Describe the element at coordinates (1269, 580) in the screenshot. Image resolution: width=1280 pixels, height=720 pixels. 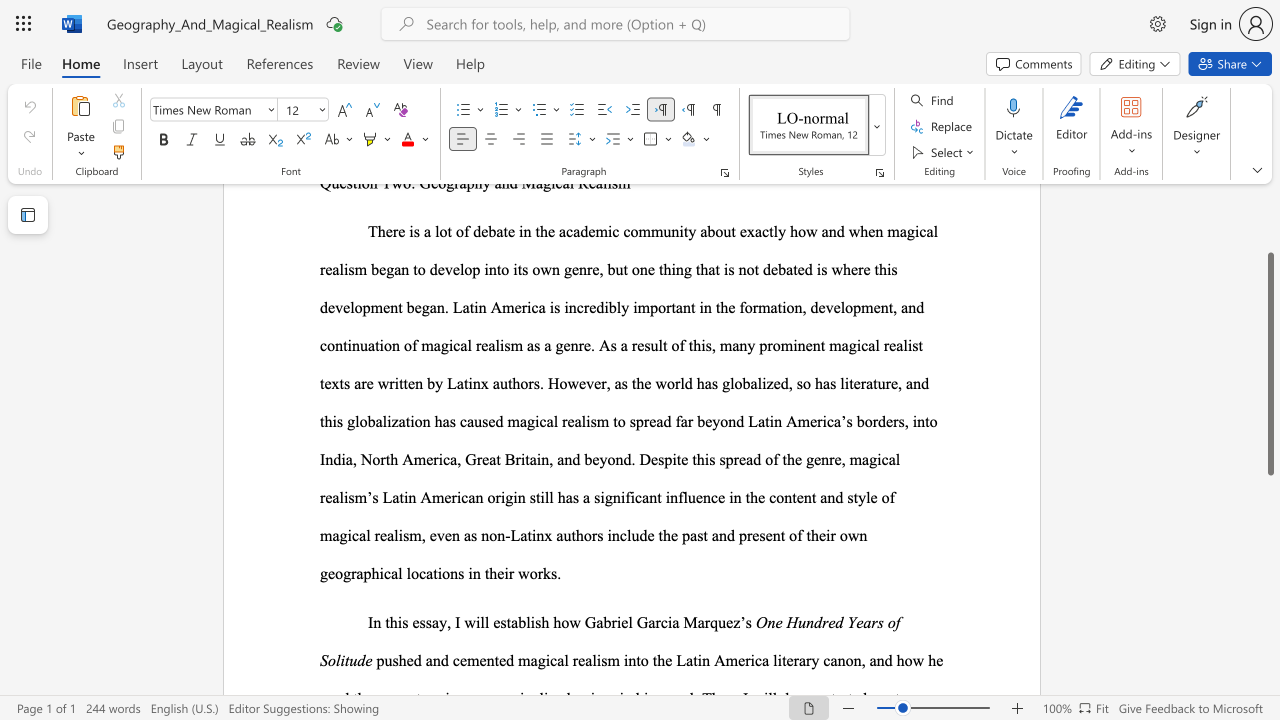
I see `the scrollbar to scroll the page down` at that location.